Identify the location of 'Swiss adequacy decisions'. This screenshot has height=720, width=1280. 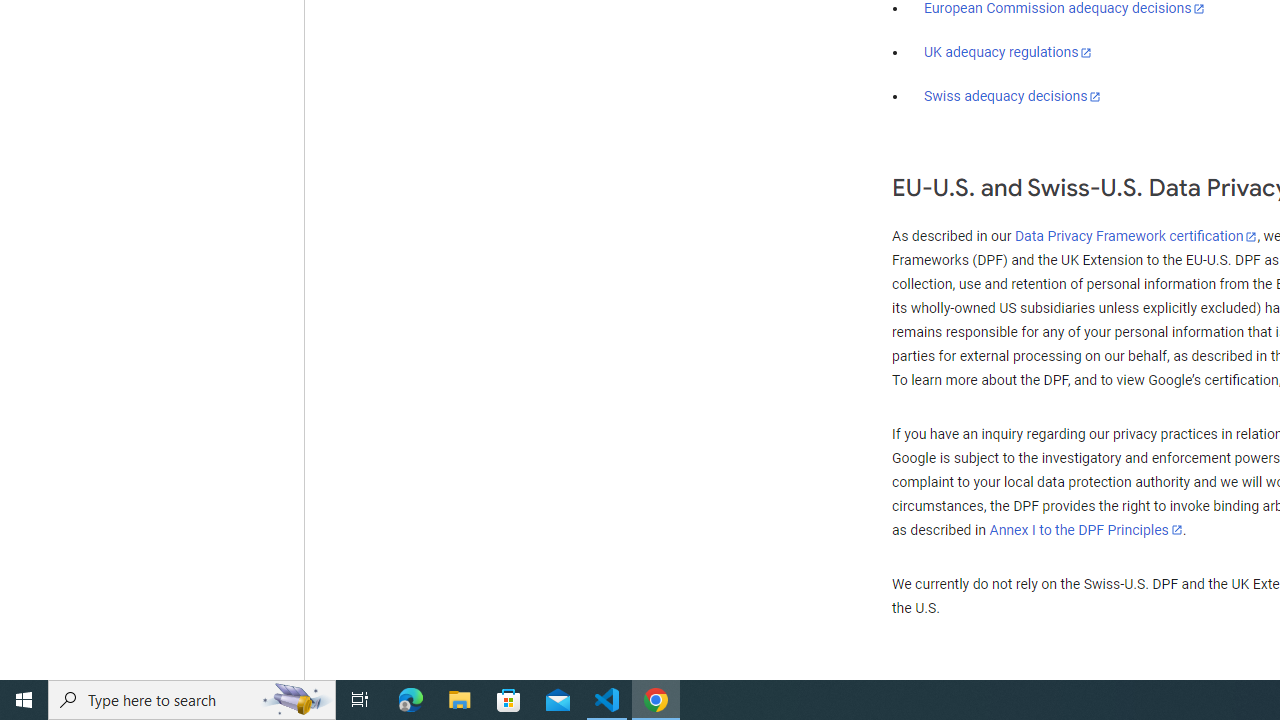
(1013, 96).